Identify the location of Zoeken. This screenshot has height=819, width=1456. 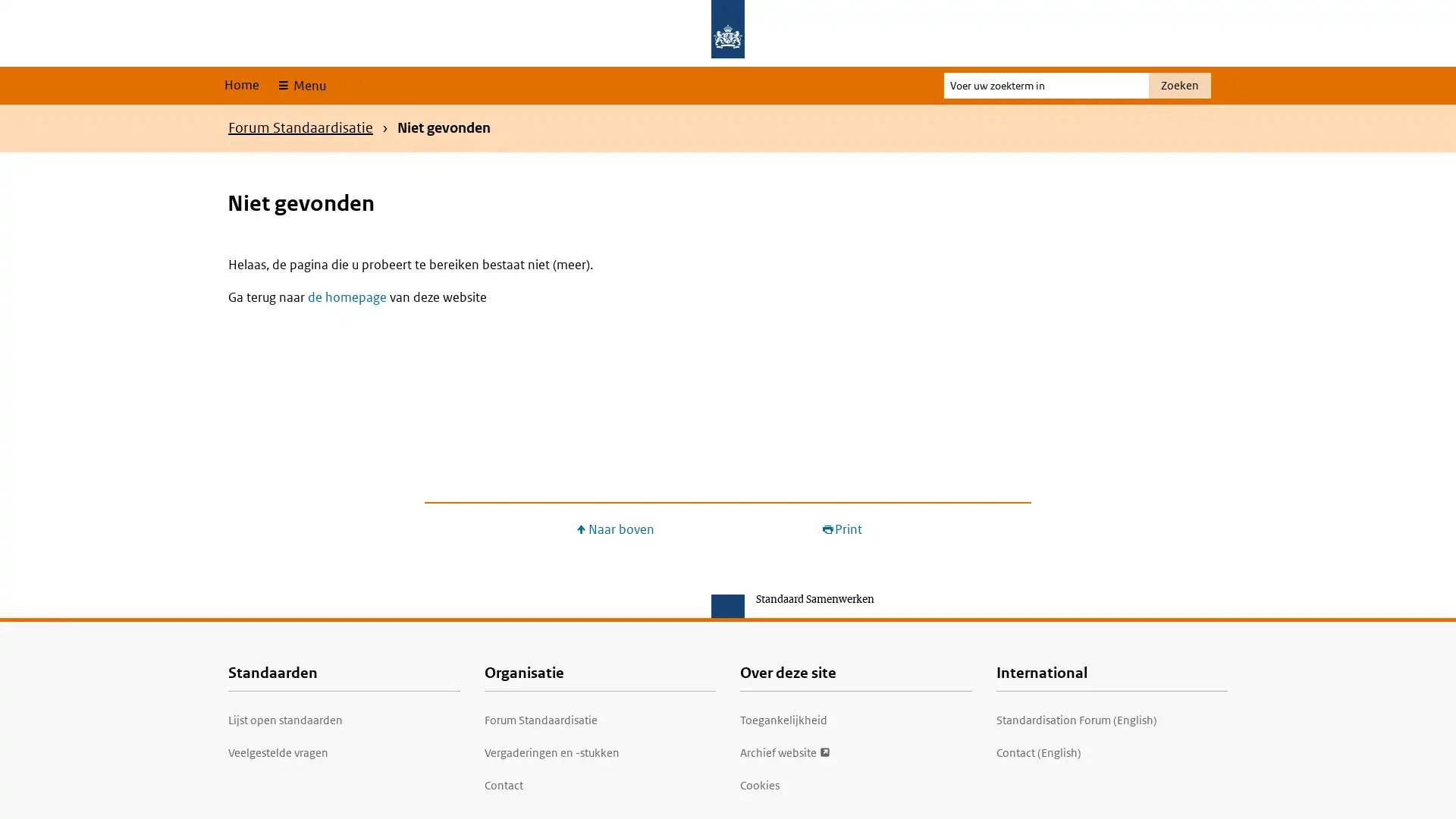
(1178, 85).